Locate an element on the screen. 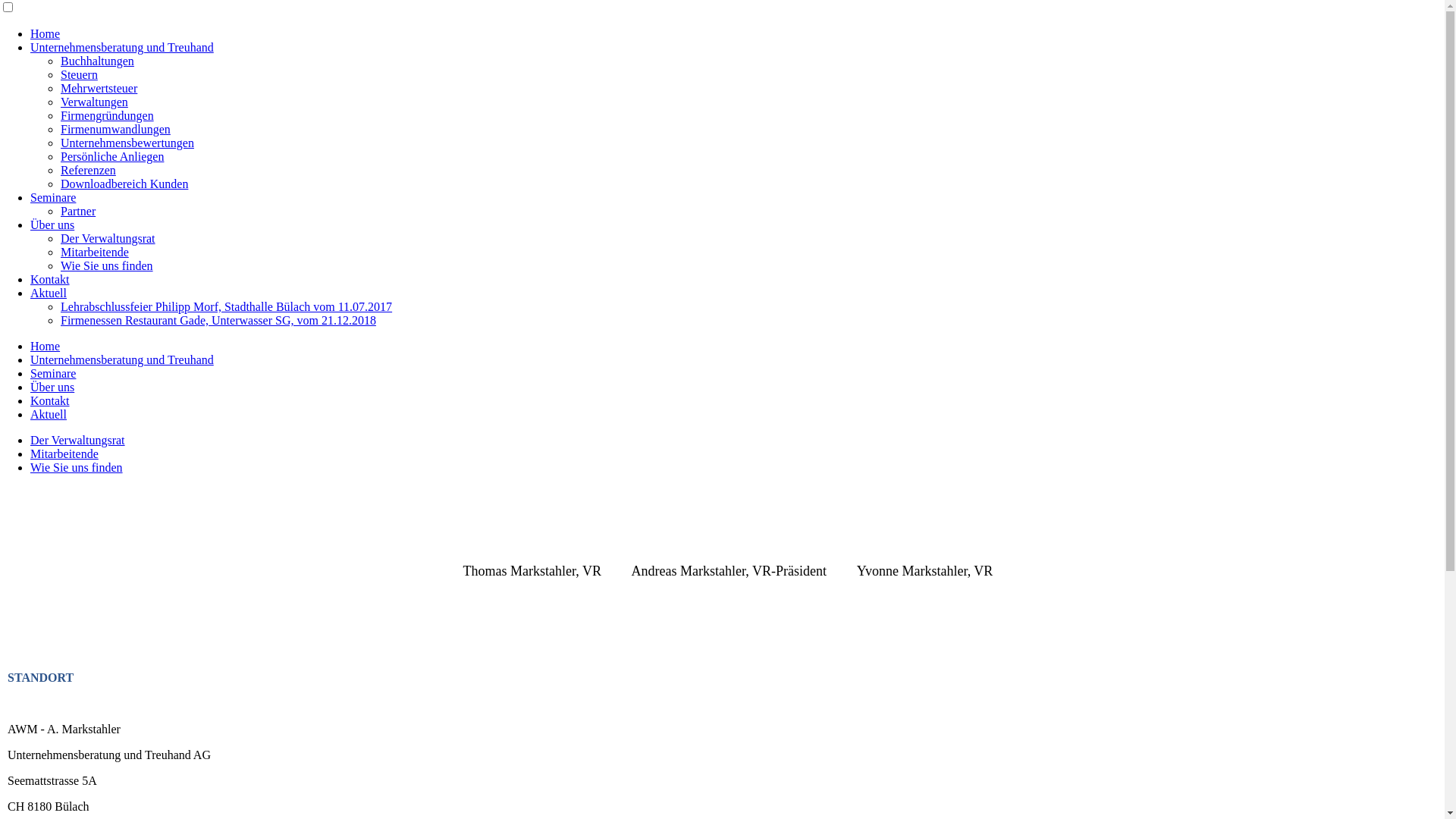 This screenshot has width=1456, height=819. 'Wie Sie uns finden' is located at coordinates (75, 466).